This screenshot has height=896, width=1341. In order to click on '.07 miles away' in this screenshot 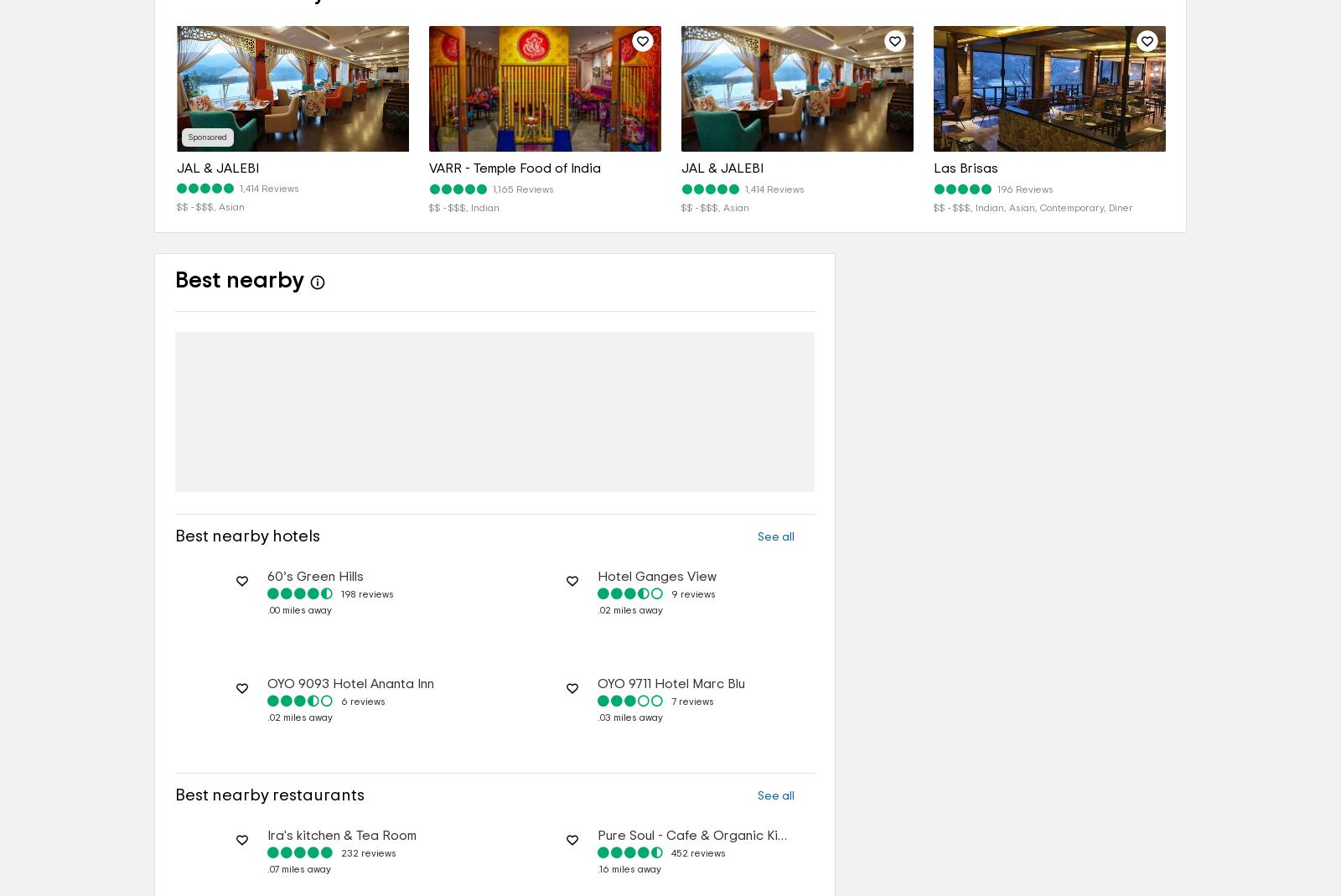, I will do `click(298, 869)`.